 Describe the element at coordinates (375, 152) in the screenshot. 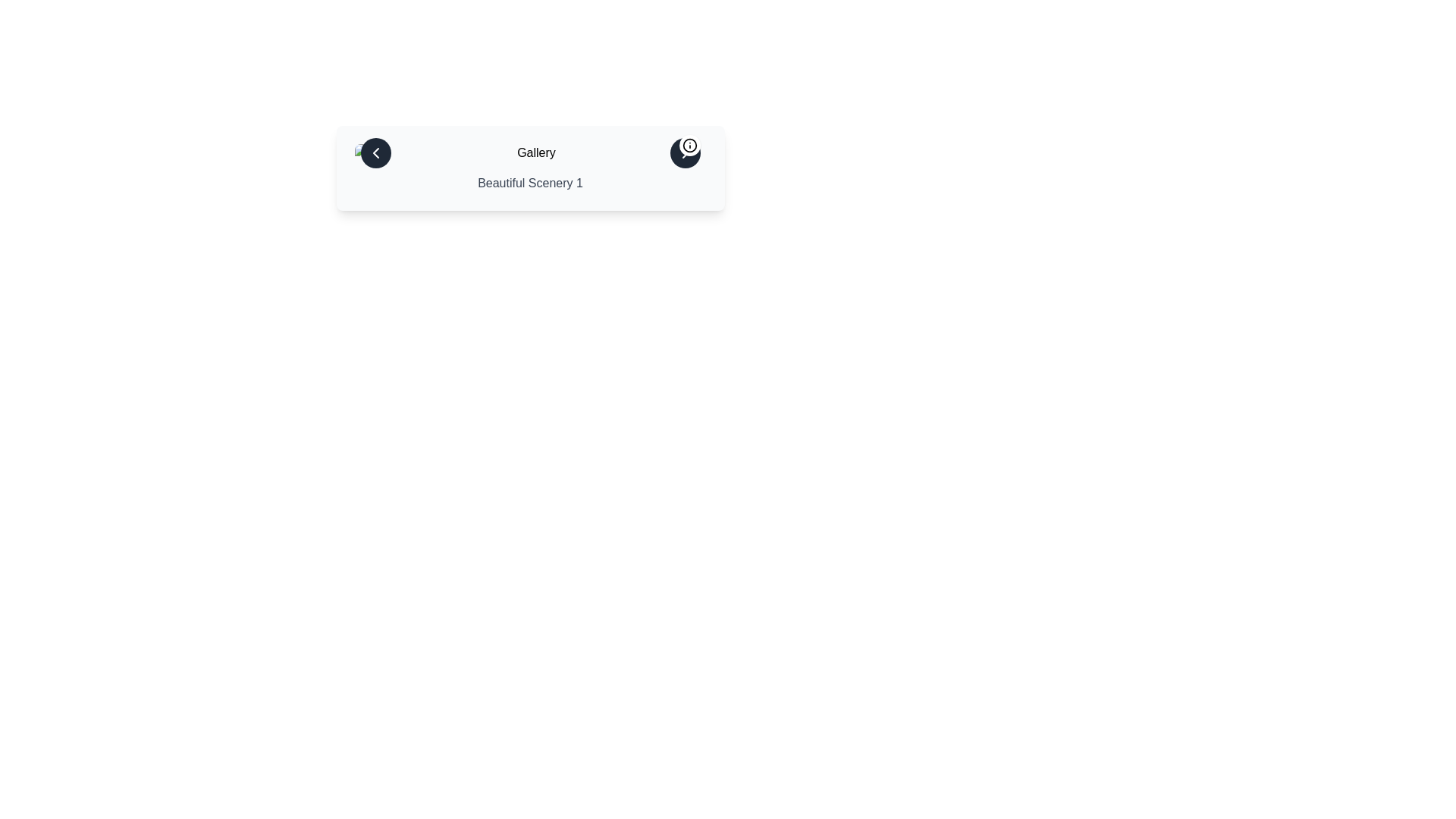

I see `the left-pointing arrow-shaped icon within the circular button on the 'Gallery' card` at that location.